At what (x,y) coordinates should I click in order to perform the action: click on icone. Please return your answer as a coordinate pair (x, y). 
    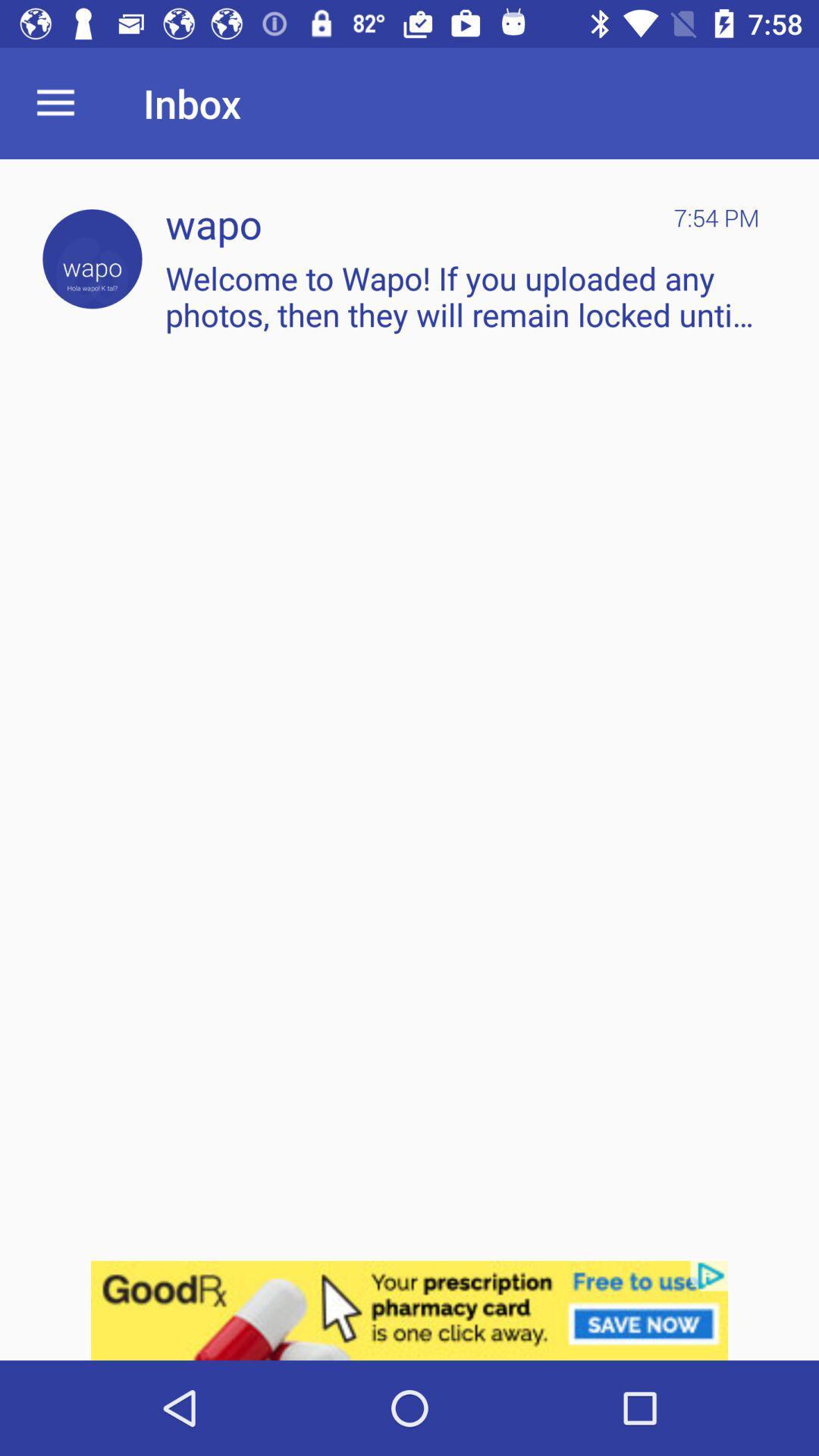
    Looking at the image, I should click on (409, 1310).